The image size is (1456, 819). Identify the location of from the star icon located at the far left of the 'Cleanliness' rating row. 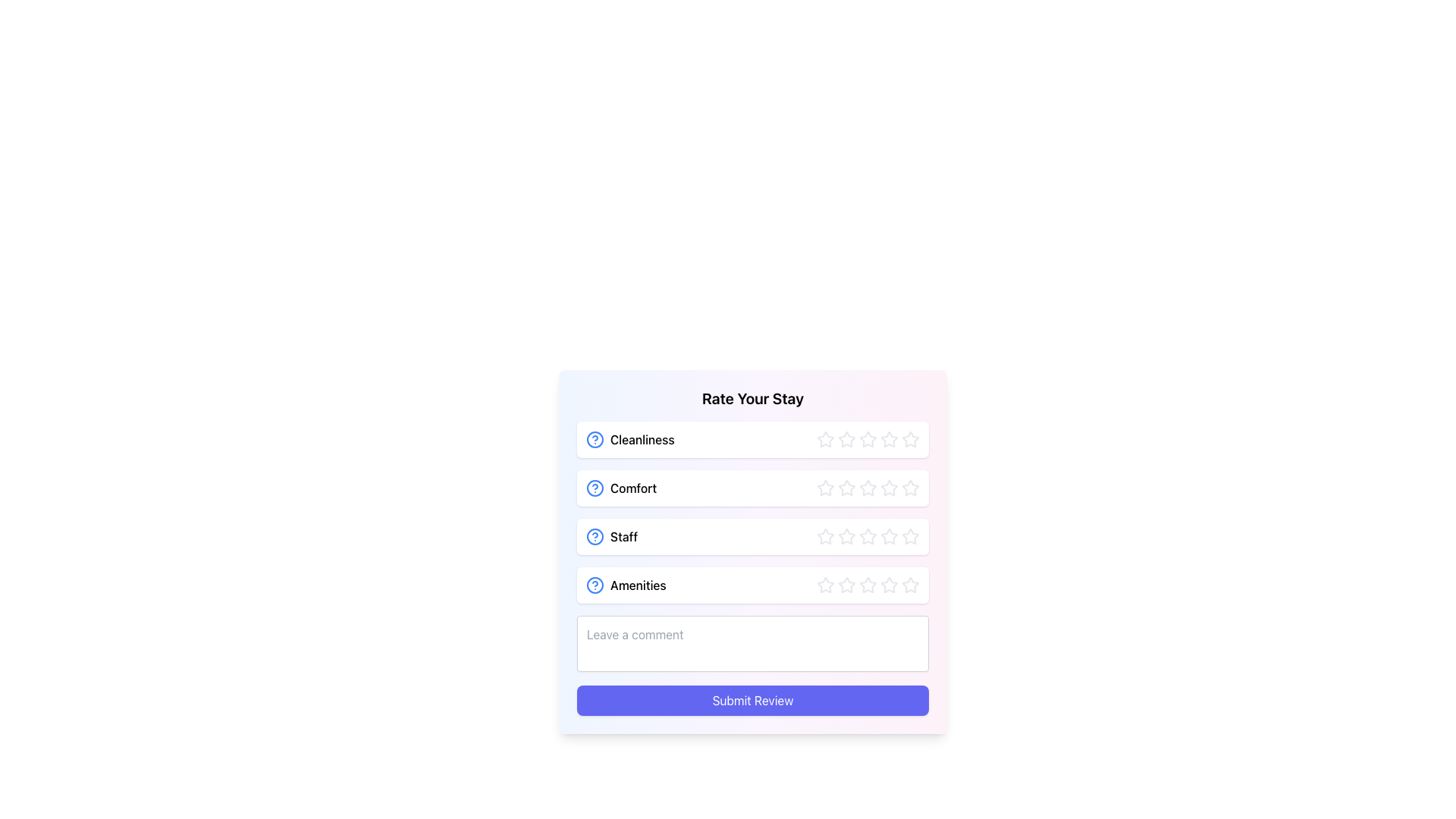
(825, 439).